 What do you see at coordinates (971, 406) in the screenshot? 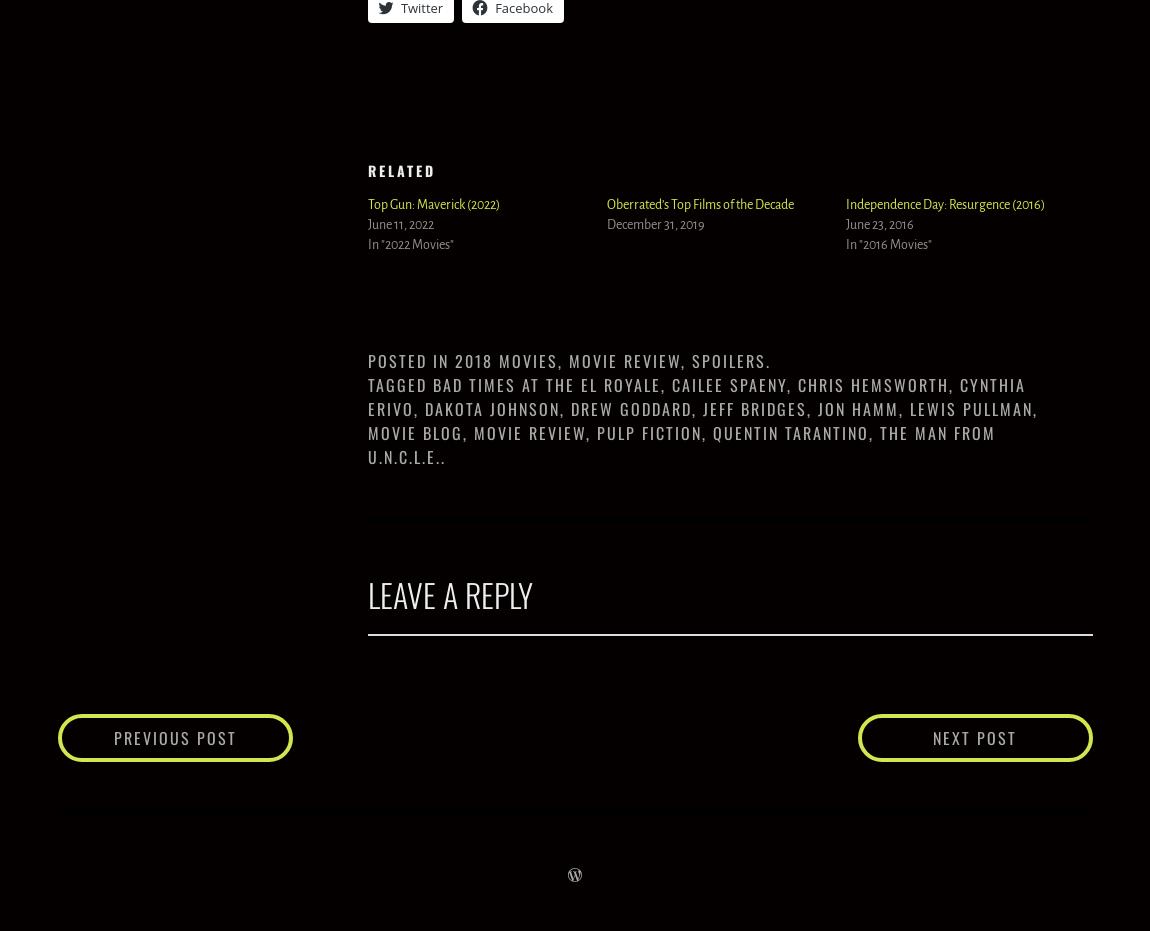
I see `'Lewis Pullman'` at bounding box center [971, 406].